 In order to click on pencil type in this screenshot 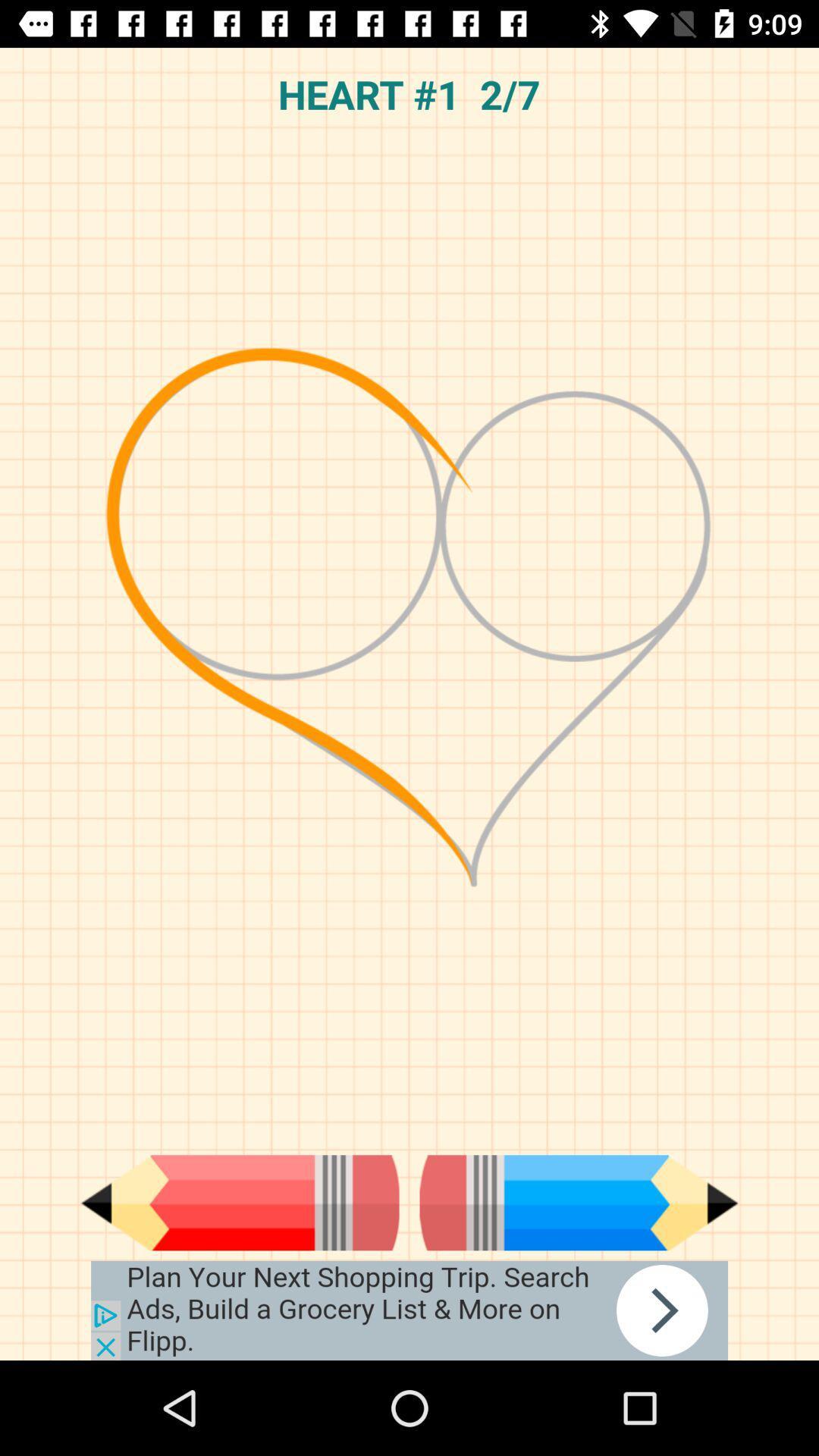, I will do `click(579, 1202)`.